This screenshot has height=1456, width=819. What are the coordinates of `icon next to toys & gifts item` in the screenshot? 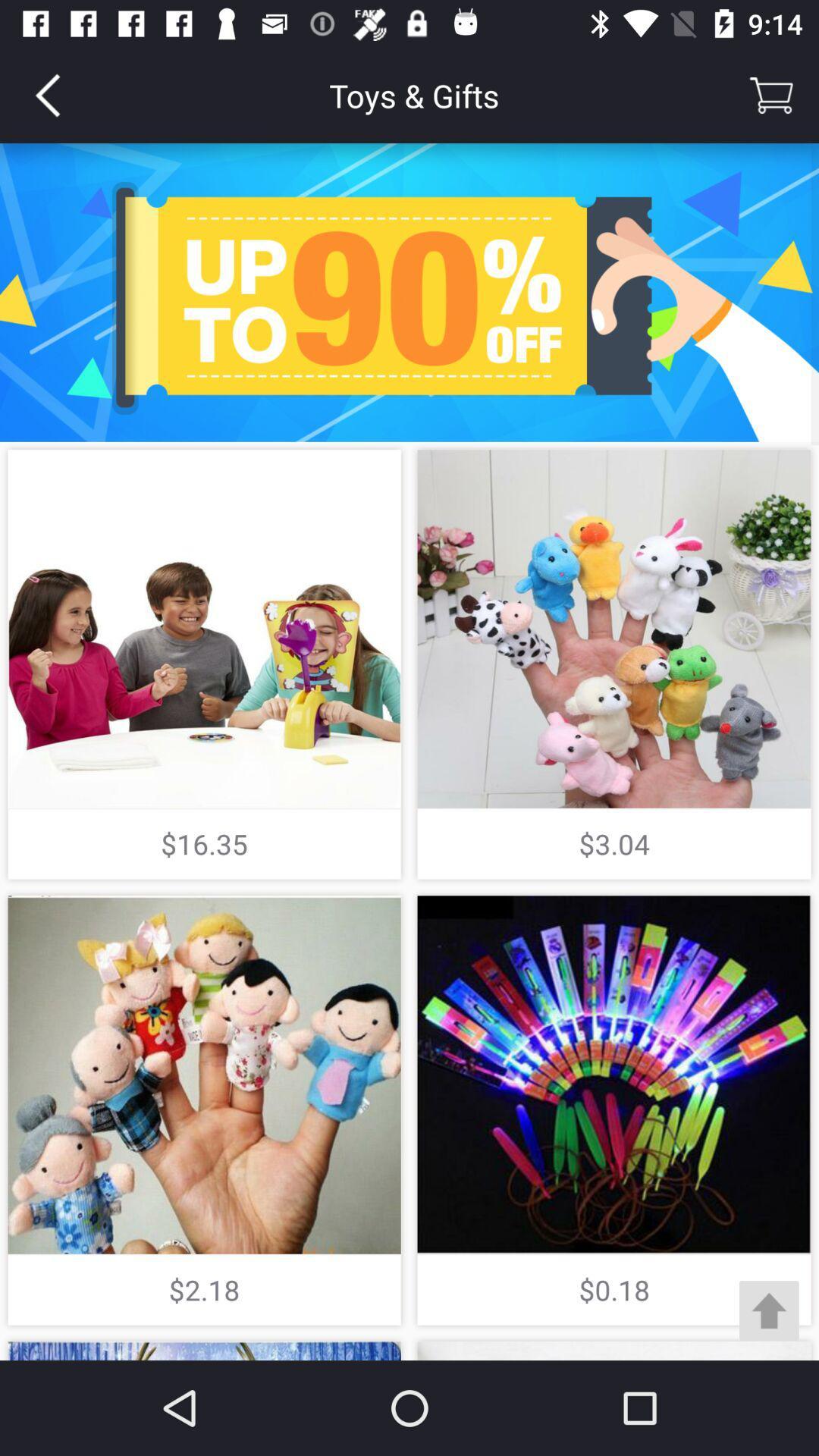 It's located at (46, 94).